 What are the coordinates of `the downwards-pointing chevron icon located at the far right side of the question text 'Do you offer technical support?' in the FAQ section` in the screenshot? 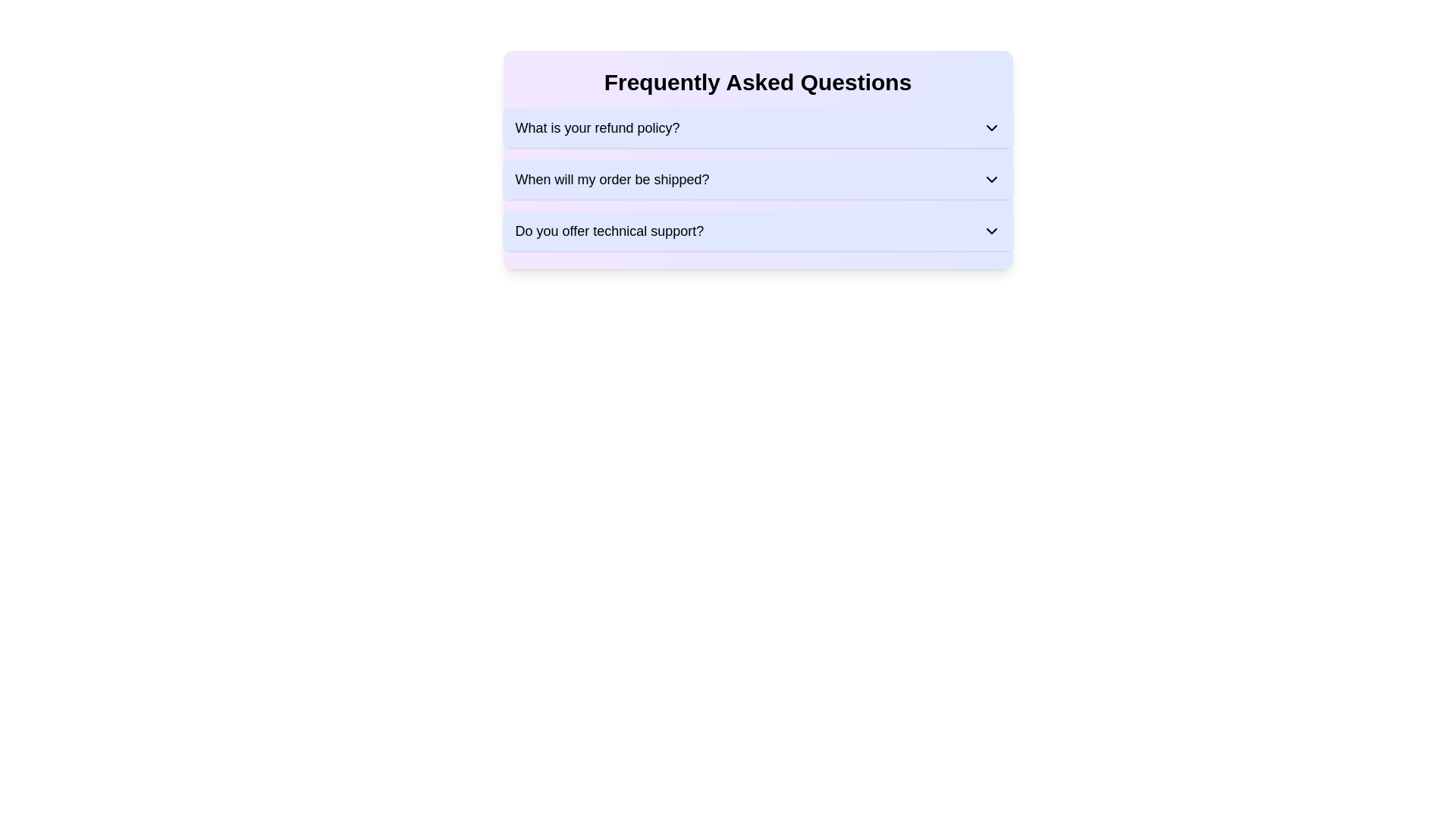 It's located at (991, 231).